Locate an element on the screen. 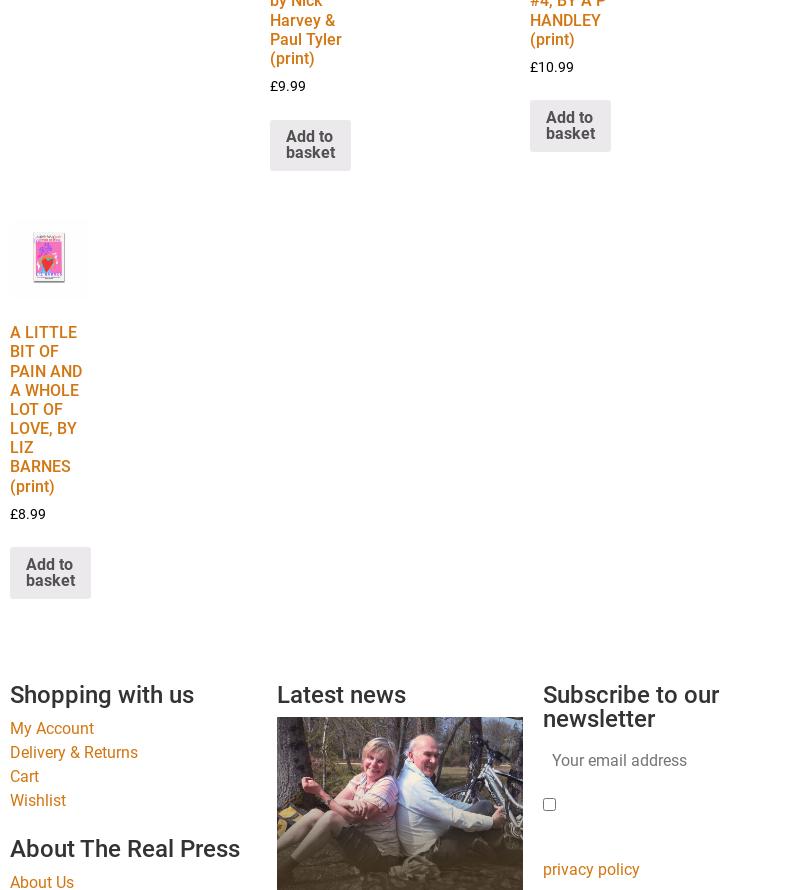 The image size is (800, 890). 'Shopping with us' is located at coordinates (101, 693).